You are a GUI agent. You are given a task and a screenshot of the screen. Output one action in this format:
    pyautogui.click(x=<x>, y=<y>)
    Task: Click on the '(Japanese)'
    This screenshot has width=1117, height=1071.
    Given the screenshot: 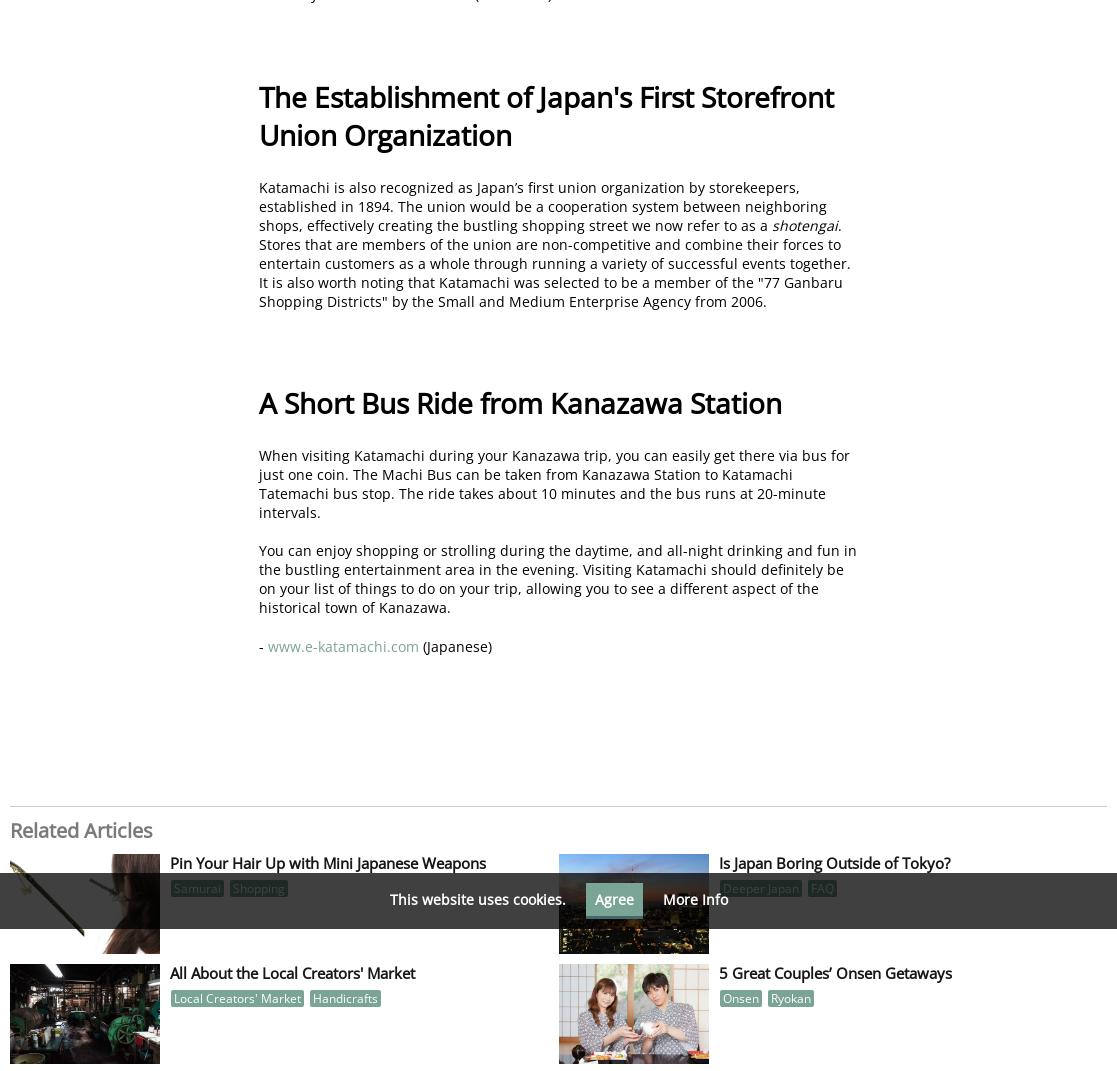 What is the action you would take?
    pyautogui.click(x=454, y=644)
    